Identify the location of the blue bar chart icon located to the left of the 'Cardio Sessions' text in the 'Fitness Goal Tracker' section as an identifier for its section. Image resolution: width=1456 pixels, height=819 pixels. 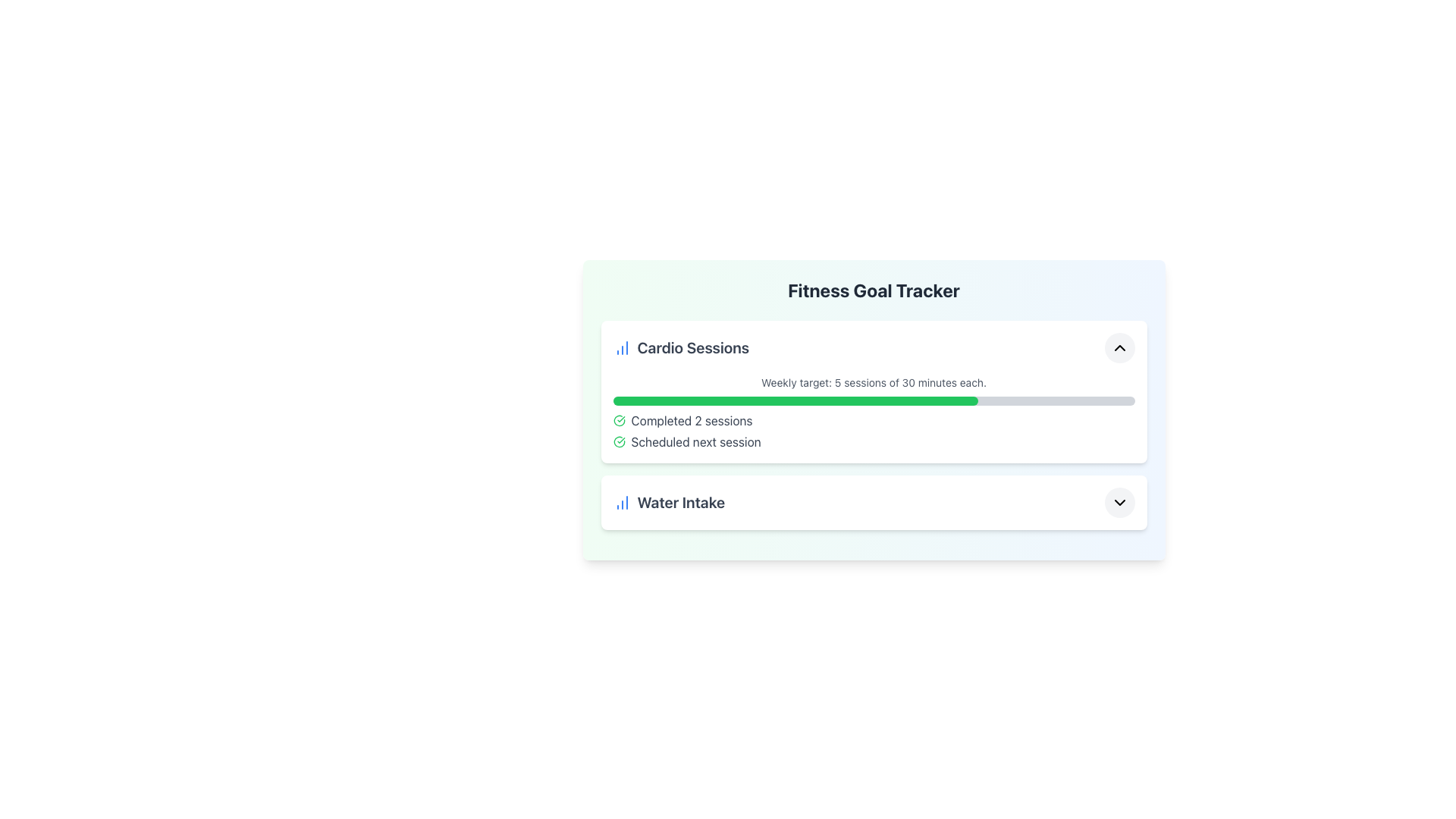
(622, 348).